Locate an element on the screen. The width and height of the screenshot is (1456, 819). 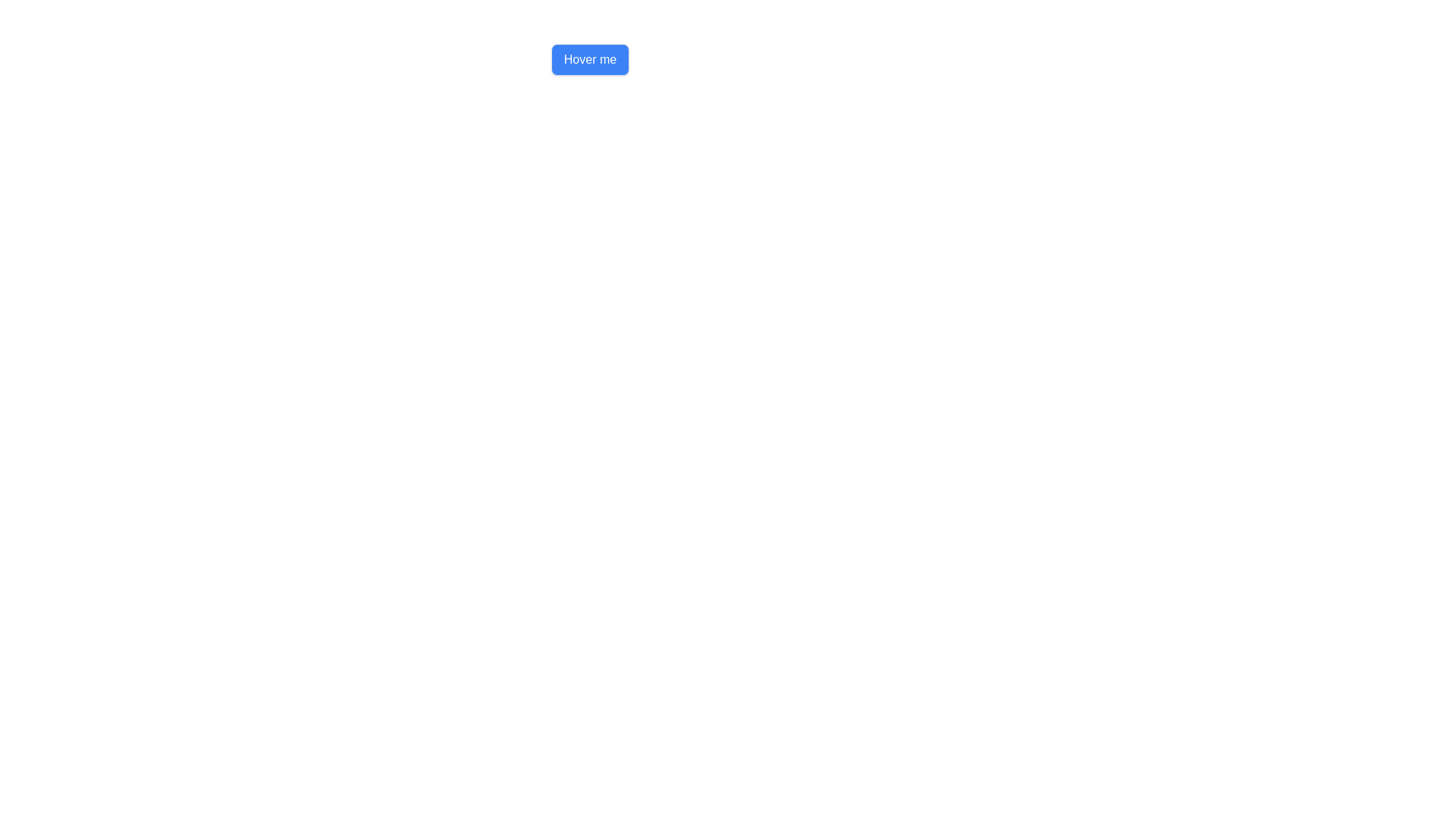
the blue button with rounded corners labeled 'Hover me' to observe an effect is located at coordinates (589, 58).